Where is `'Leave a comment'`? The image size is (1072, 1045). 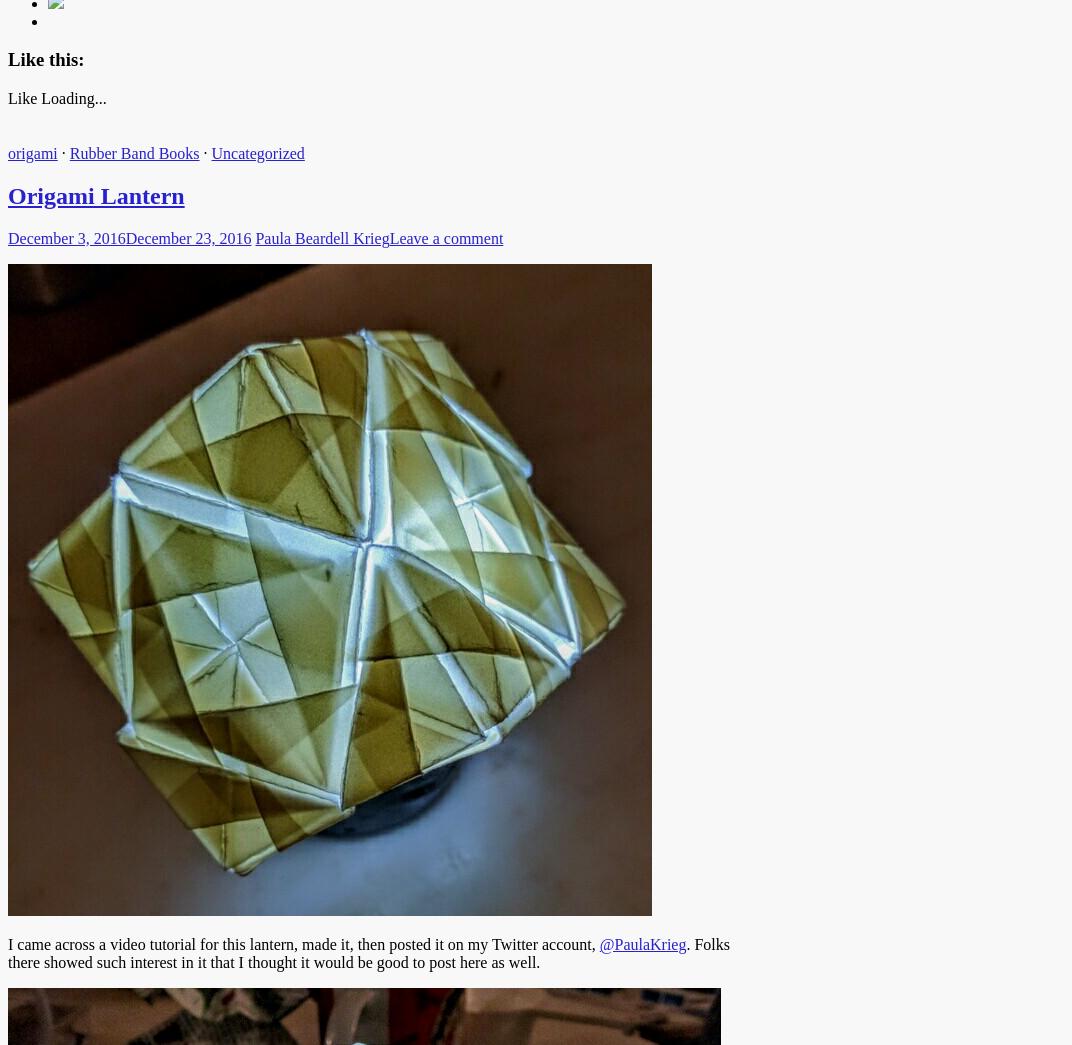 'Leave a comment' is located at coordinates (389, 236).